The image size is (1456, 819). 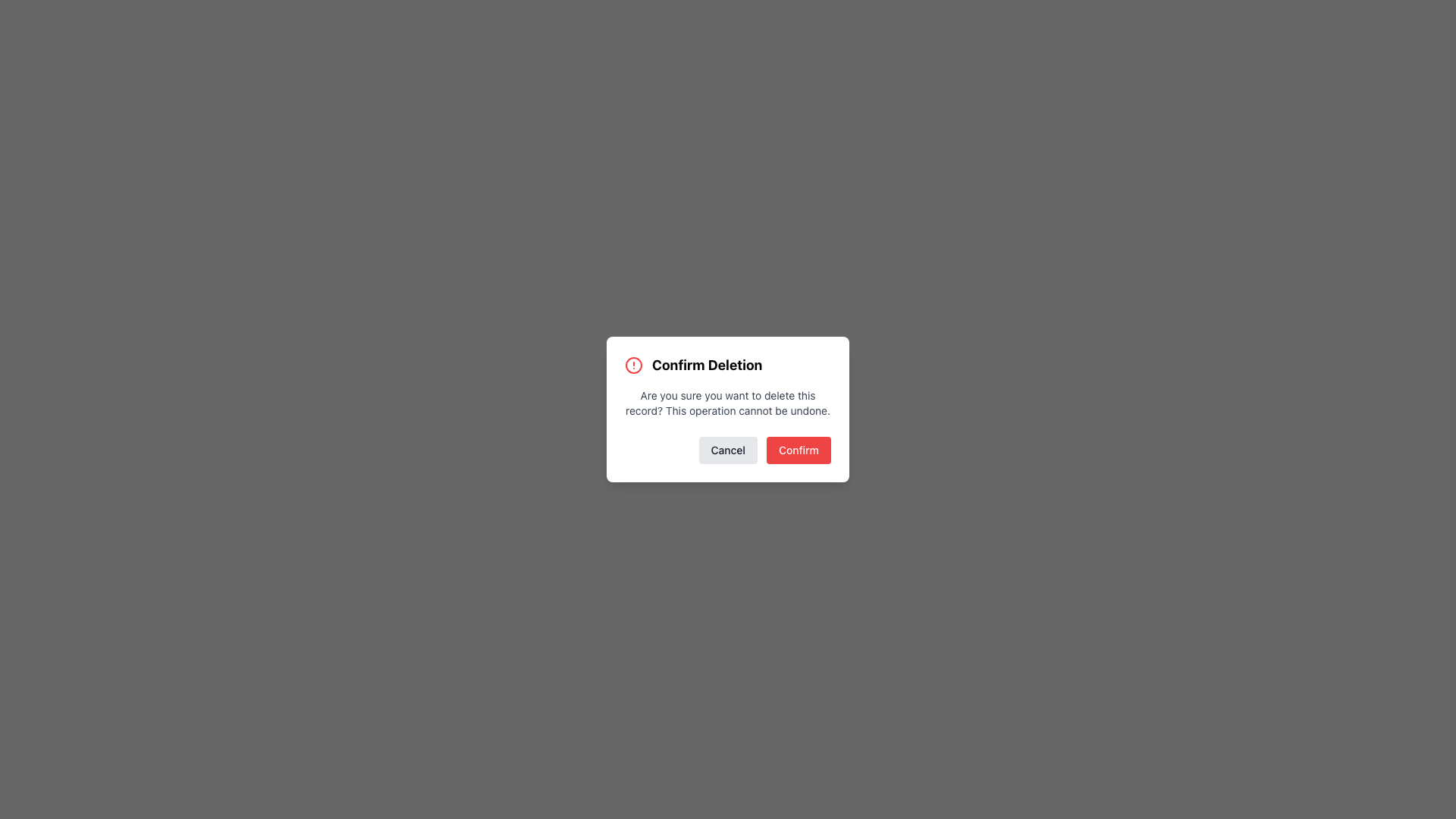 What do you see at coordinates (728, 366) in the screenshot?
I see `title text of the modal dialog that indicates the purpose of confirming the deletion of a record, positioned at the upper section of the modal above the descriptive text and action buttons` at bounding box center [728, 366].